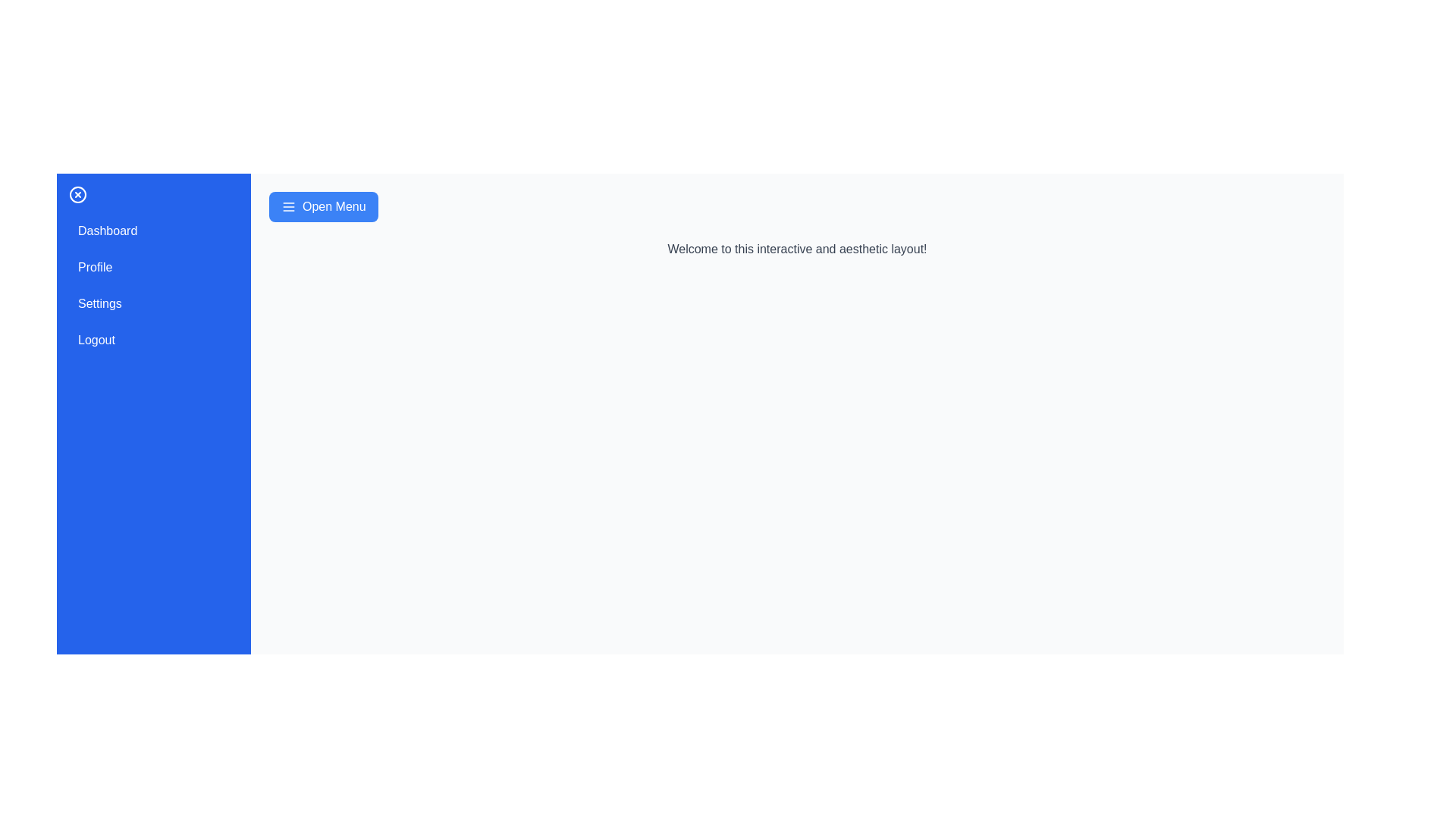 This screenshot has height=819, width=1456. Describe the element at coordinates (322, 207) in the screenshot. I see `the 'Open Menu' button to toggle the drawer` at that location.